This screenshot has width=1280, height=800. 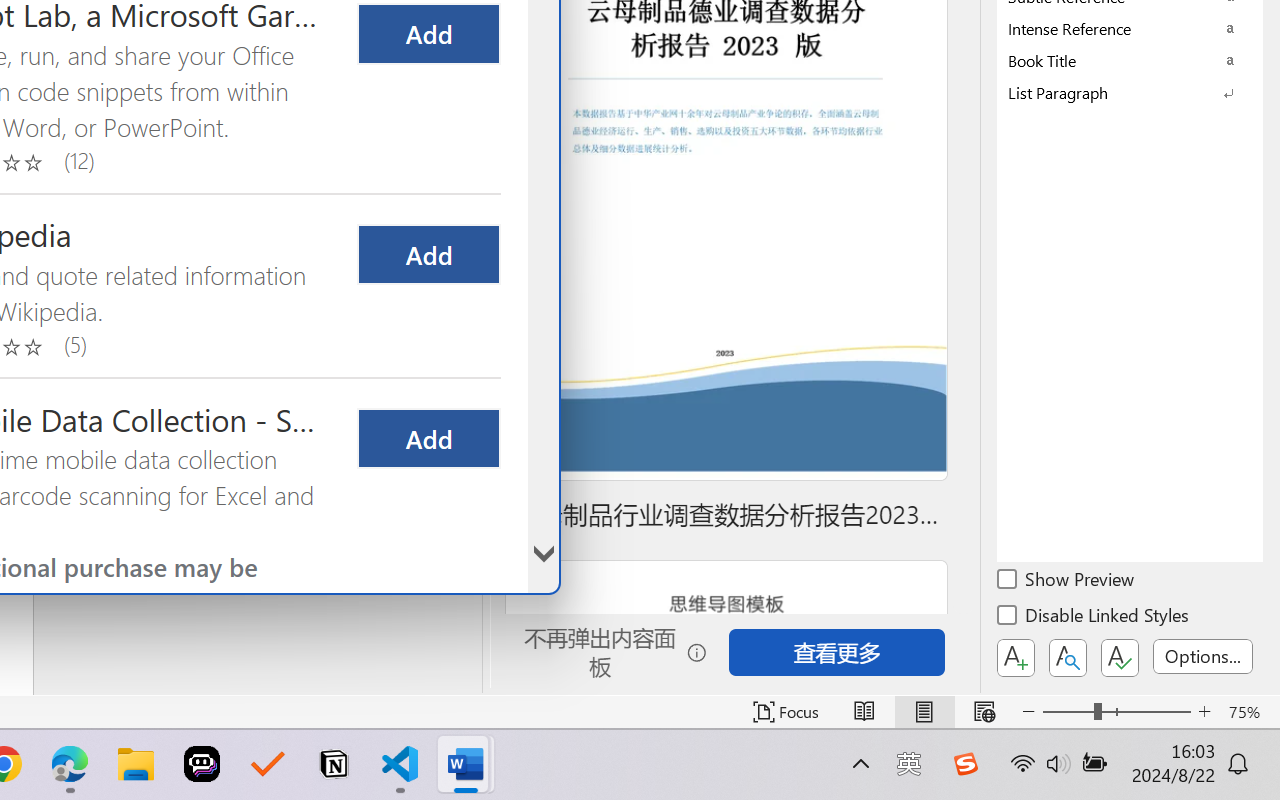 What do you see at coordinates (1120, 657) in the screenshot?
I see `'Class: NetUIButton'` at bounding box center [1120, 657].